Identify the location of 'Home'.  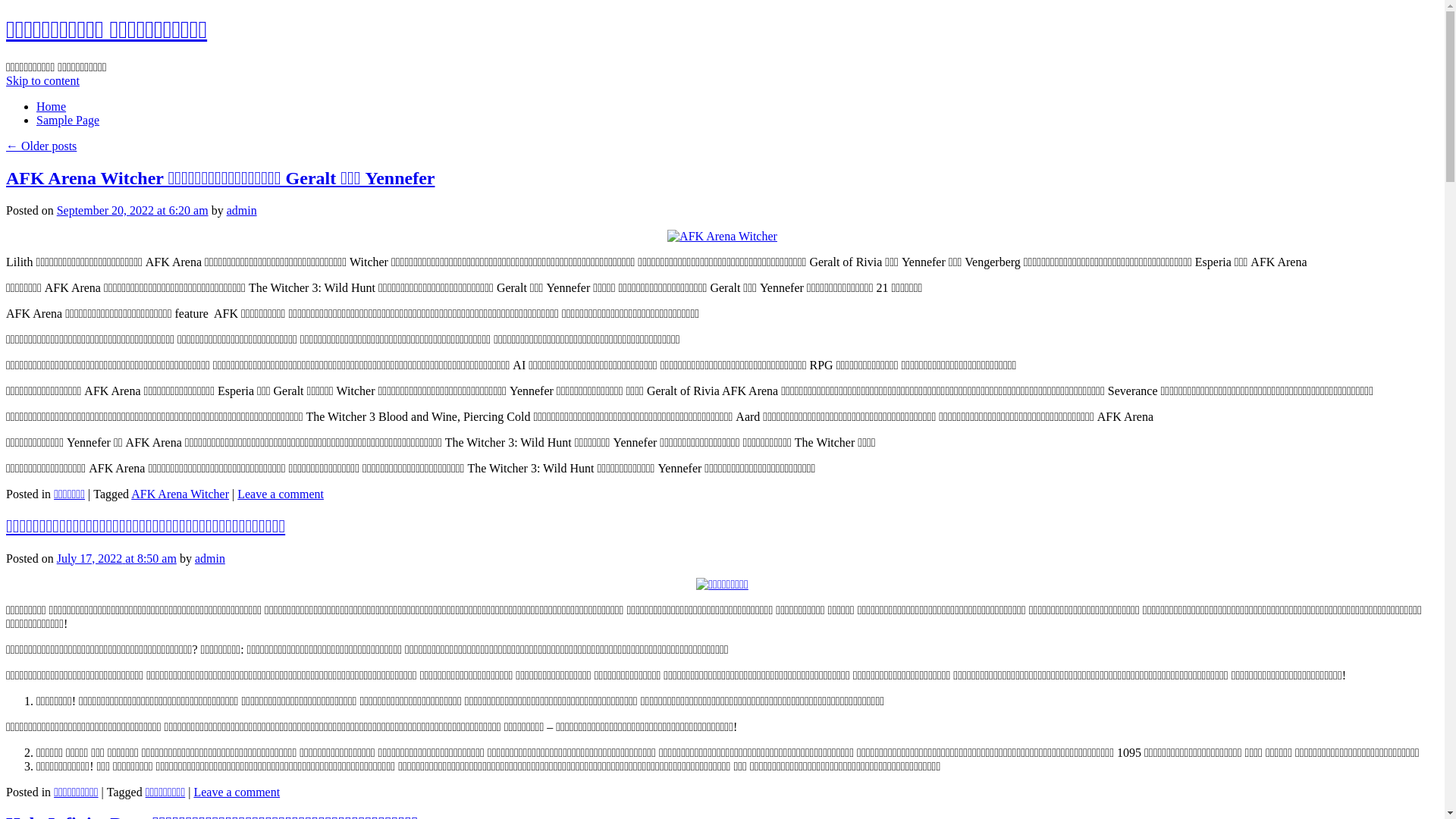
(51, 105).